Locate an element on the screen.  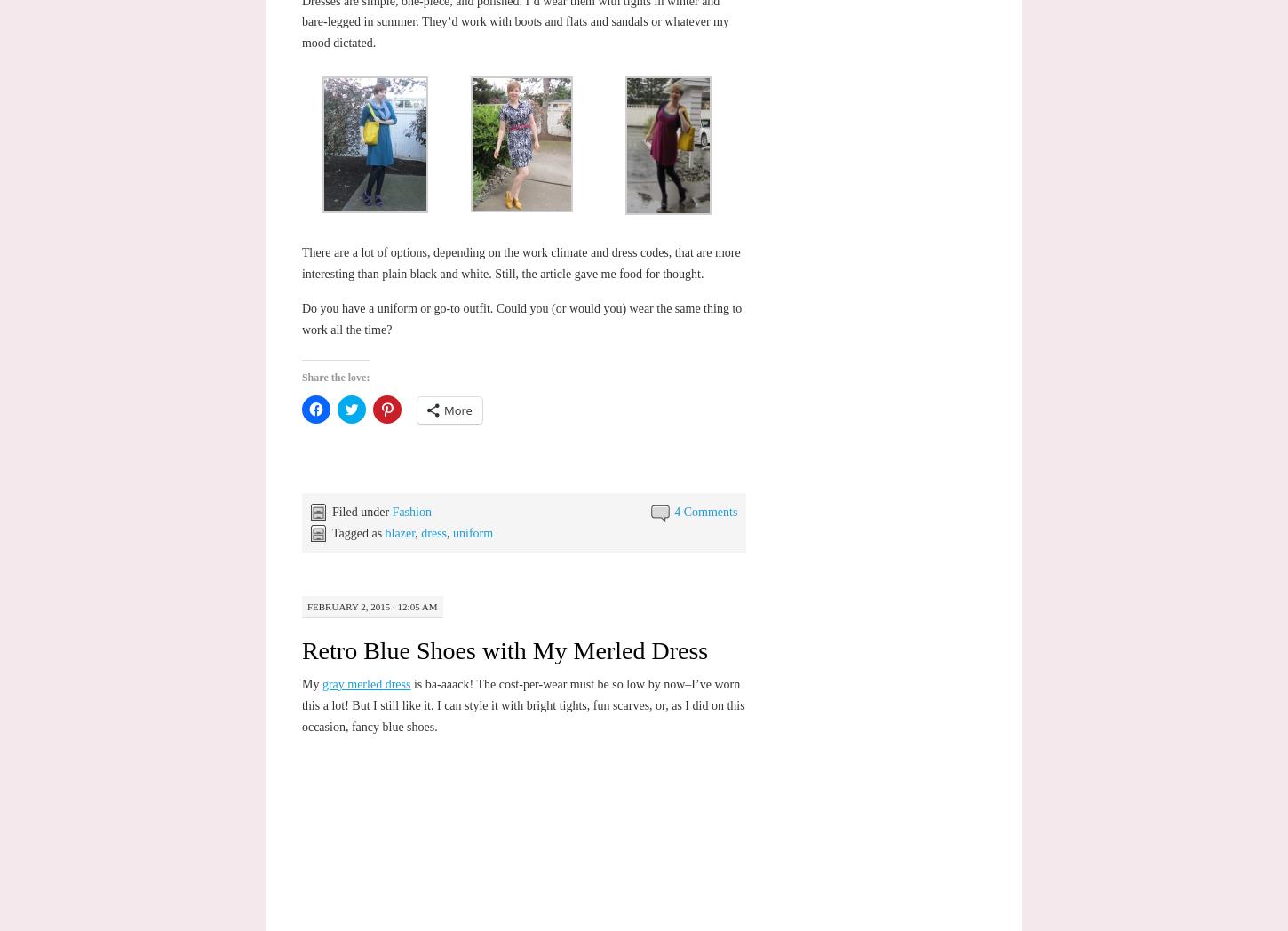
'is ba-aaack! The cost-per-wear must be so low by now–I’ve worn this a lot! But I still like it. I can style it with bright tights, fun scarves, or, as I did on this occasion, fancy blue shoes.' is located at coordinates (522, 704).